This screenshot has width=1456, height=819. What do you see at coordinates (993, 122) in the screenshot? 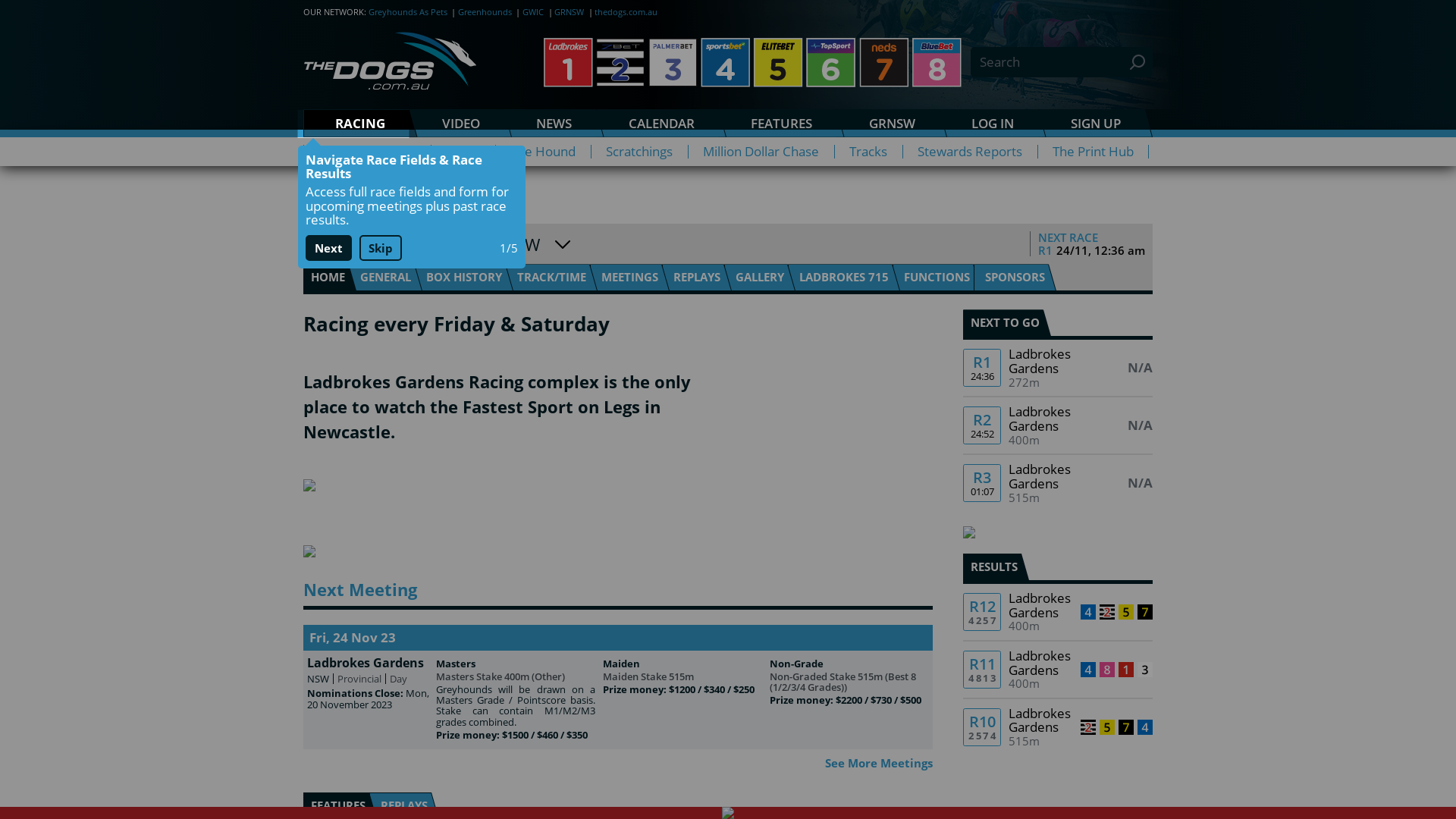
I see `'LOG IN'` at bounding box center [993, 122].